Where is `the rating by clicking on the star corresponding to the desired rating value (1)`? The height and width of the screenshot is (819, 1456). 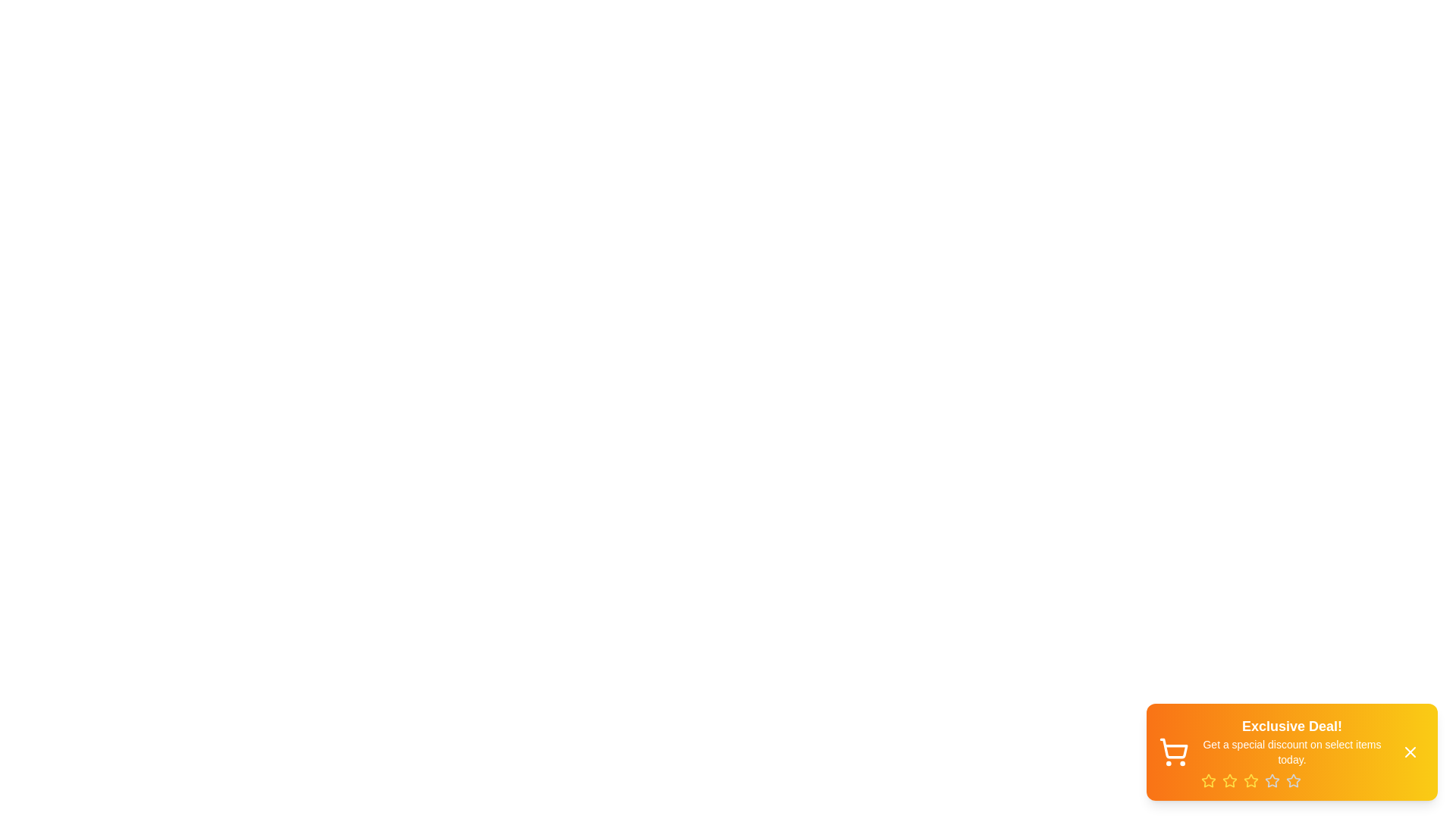
the rating by clicking on the star corresponding to the desired rating value (1) is located at coordinates (1207, 780).